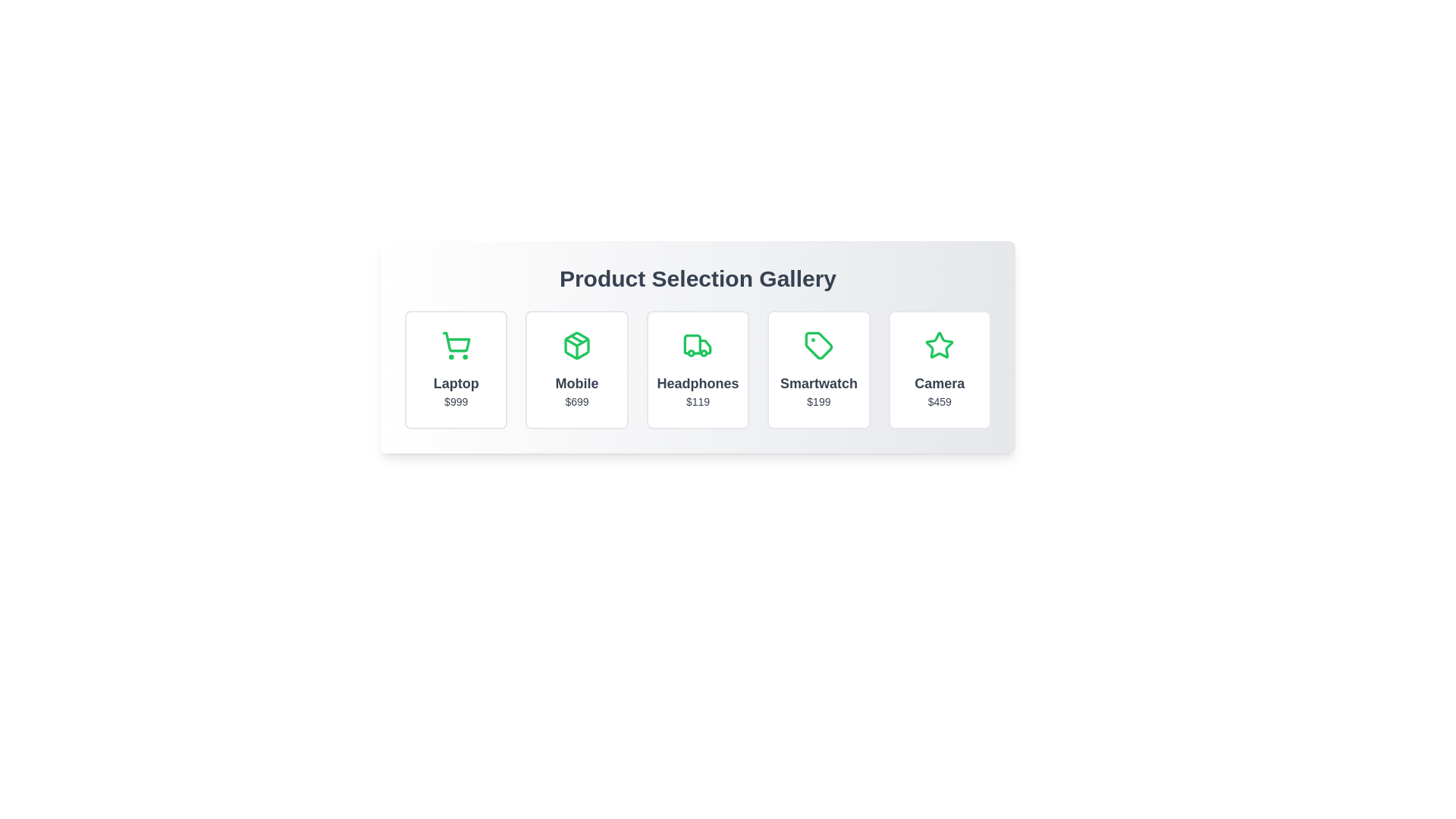 The height and width of the screenshot is (819, 1456). Describe the element at coordinates (697, 370) in the screenshot. I see `the 'Headphones' product card, which is the third item` at that location.